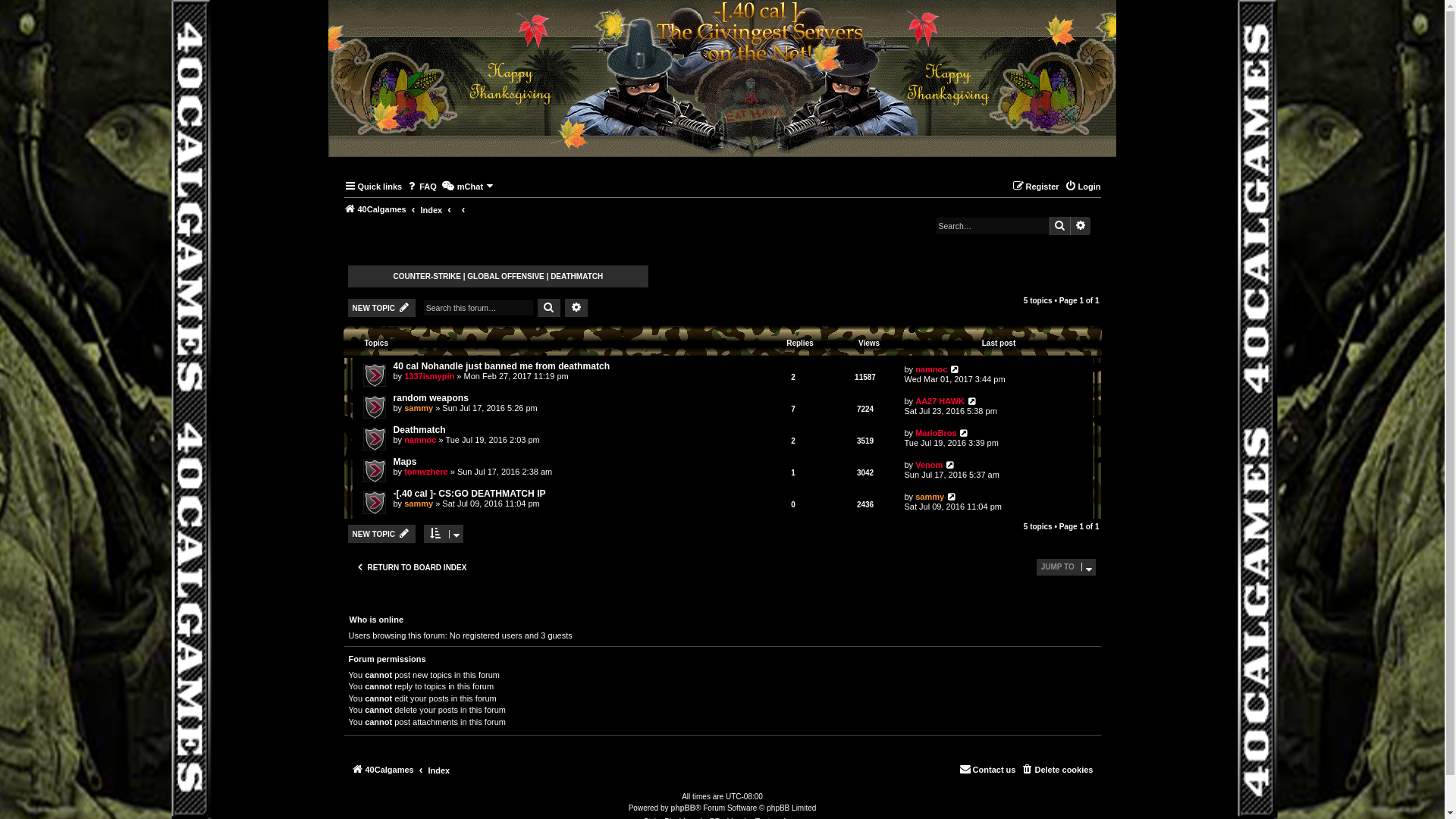  Describe the element at coordinates (421, 186) in the screenshot. I see `'FAQ'` at that location.